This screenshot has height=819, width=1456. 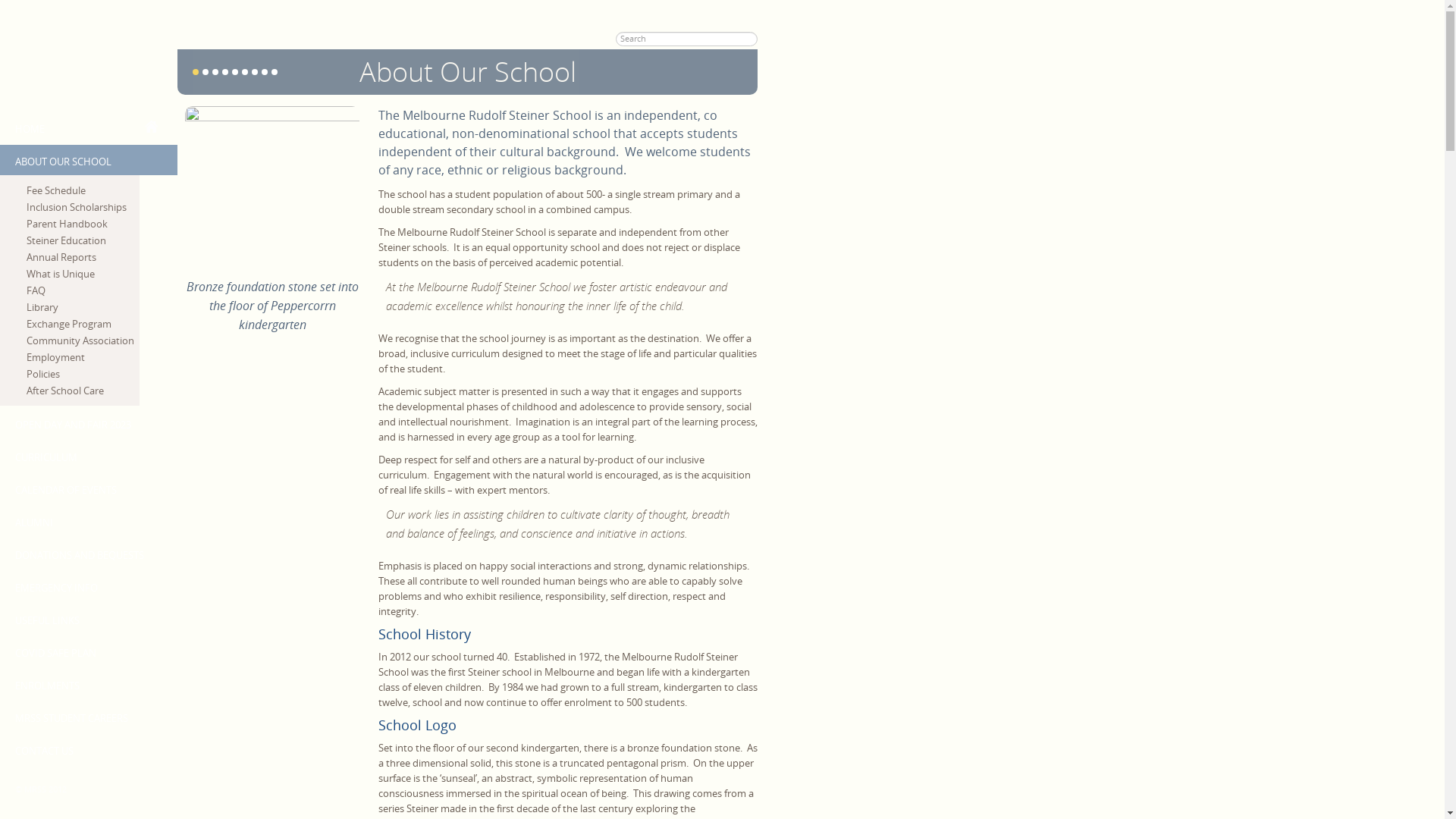 What do you see at coordinates (26, 256) in the screenshot?
I see `'Annual Reports'` at bounding box center [26, 256].